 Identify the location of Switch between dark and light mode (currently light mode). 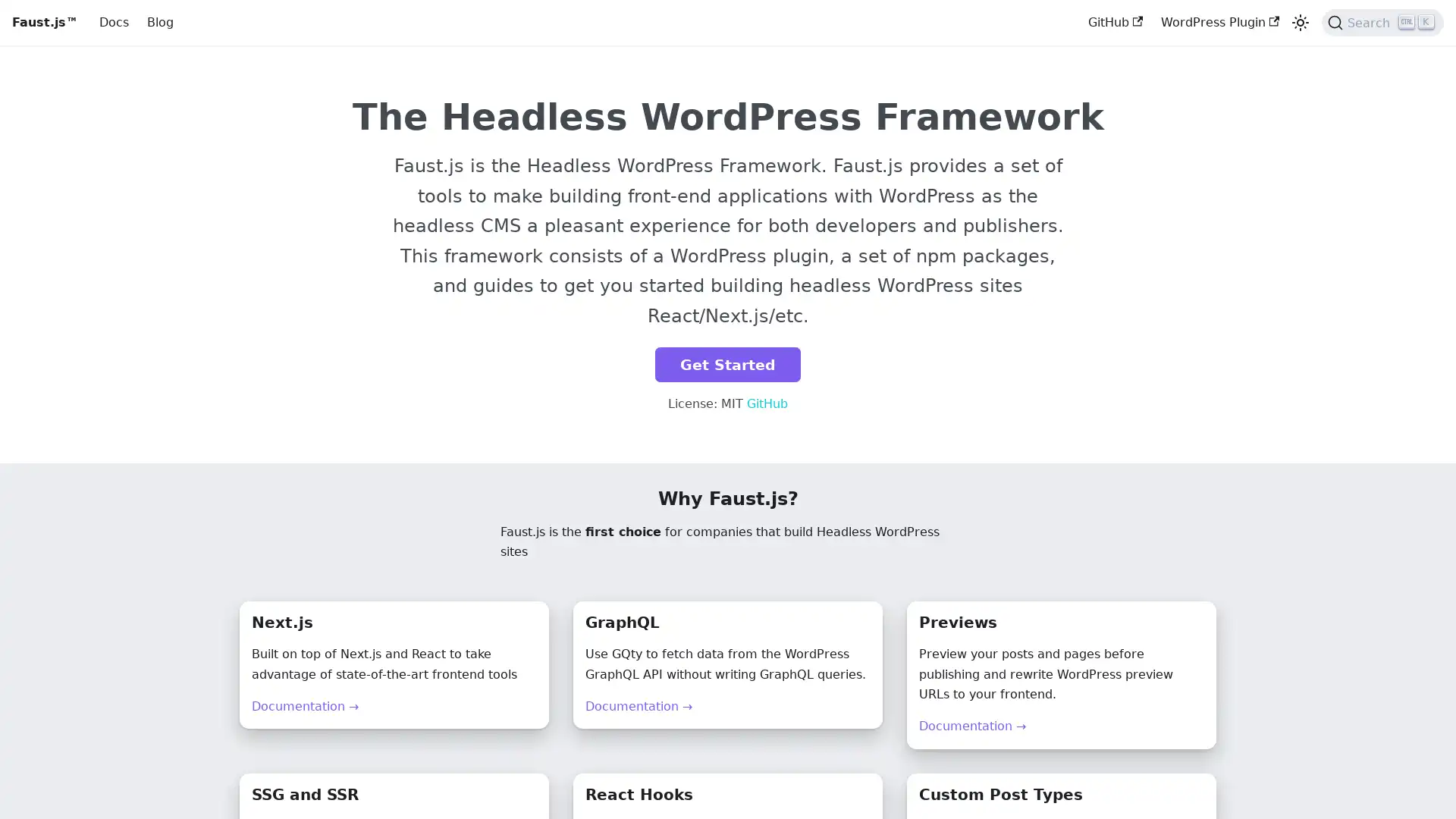
(1299, 23).